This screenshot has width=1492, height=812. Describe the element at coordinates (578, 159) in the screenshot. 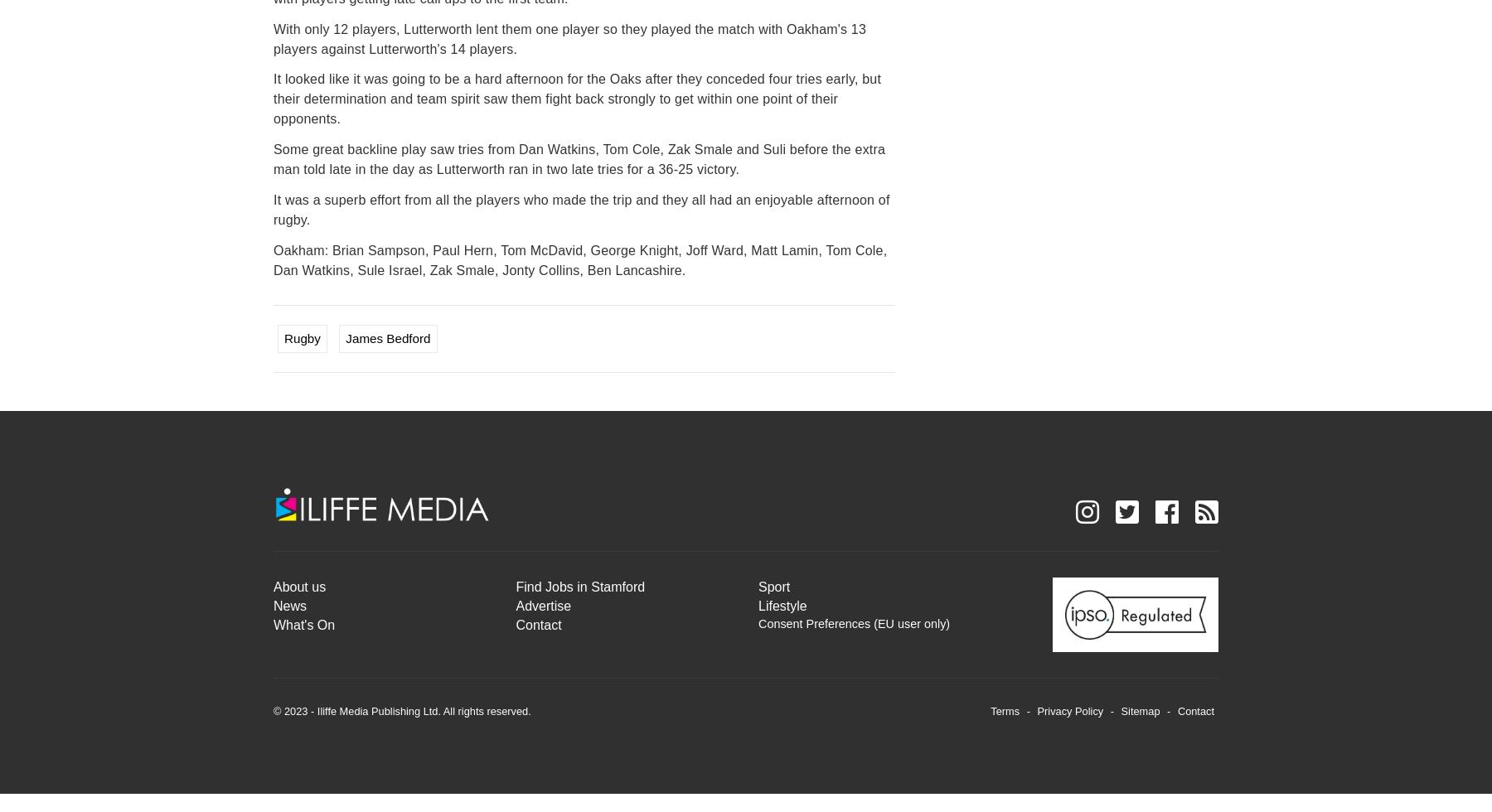

I see `'Some great backline play saw tries from Dan Watkins, Tom Cole, Zak Smale and Suli before the extra man told late in the day as Lutterworth ran in two late tries for a 36-25 victory.'` at that location.